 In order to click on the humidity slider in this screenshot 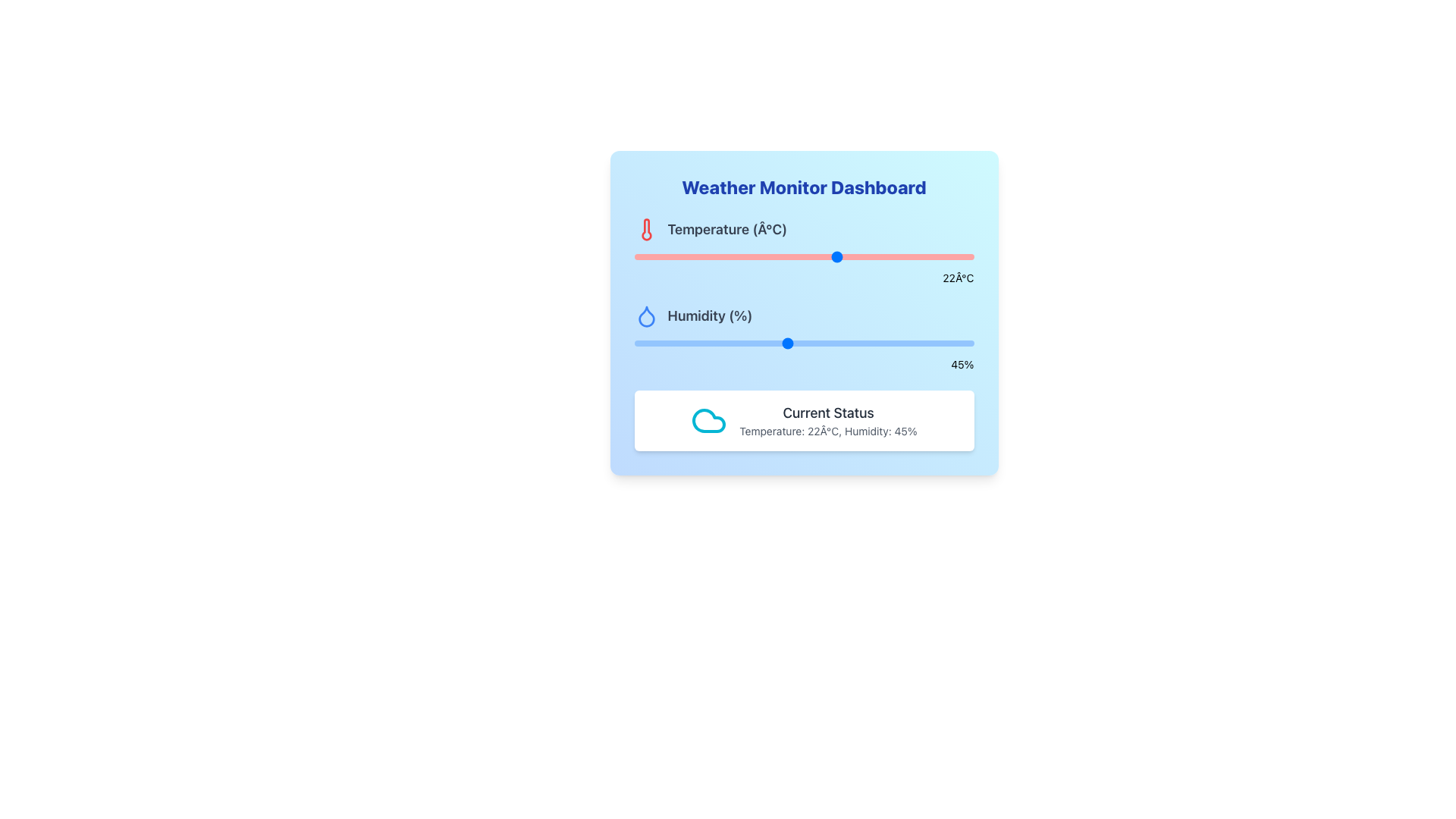, I will do `click(648, 343)`.